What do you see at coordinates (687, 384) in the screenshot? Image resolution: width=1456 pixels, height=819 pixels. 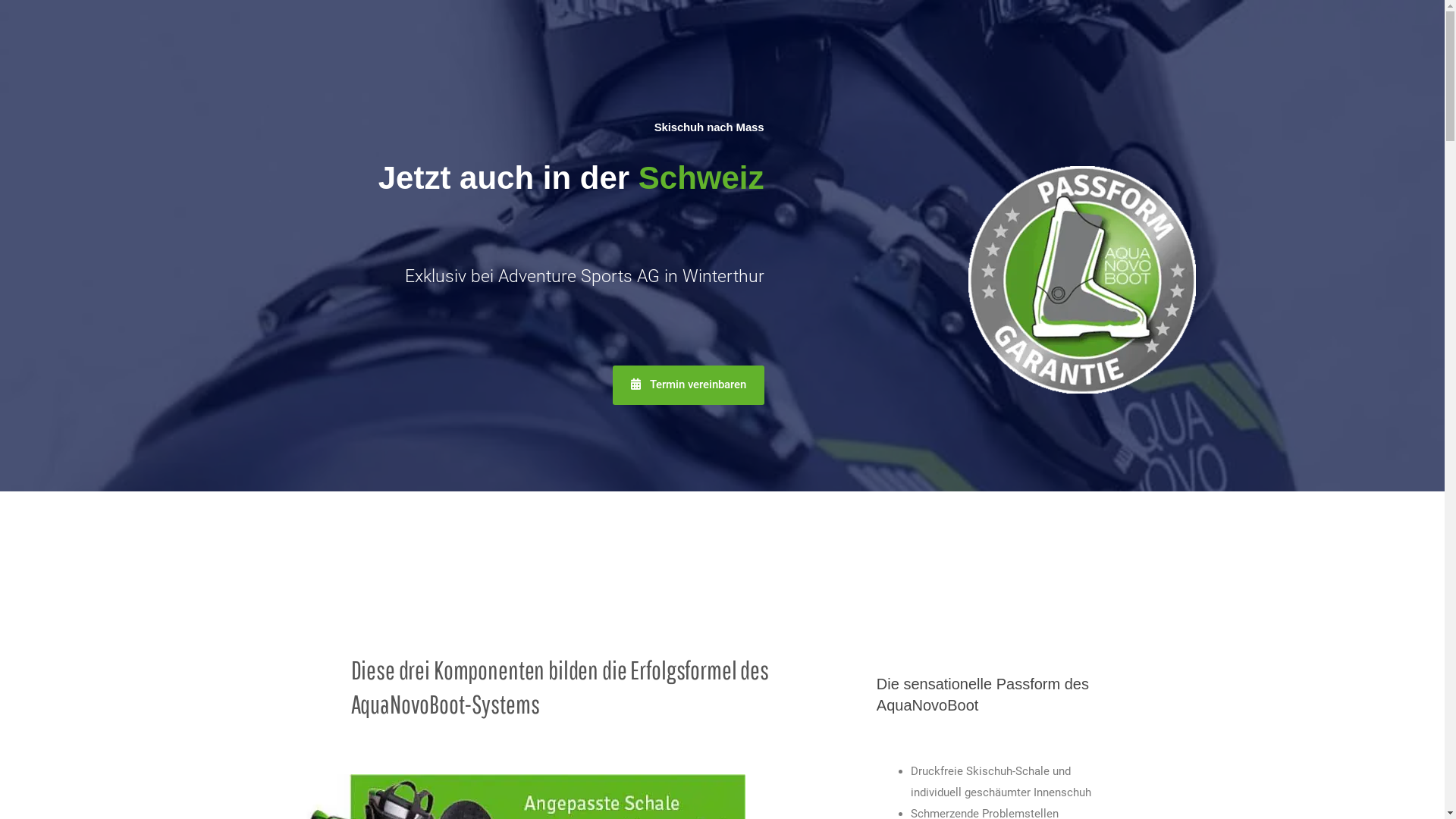 I see `'Termin vereinbaren'` at bounding box center [687, 384].